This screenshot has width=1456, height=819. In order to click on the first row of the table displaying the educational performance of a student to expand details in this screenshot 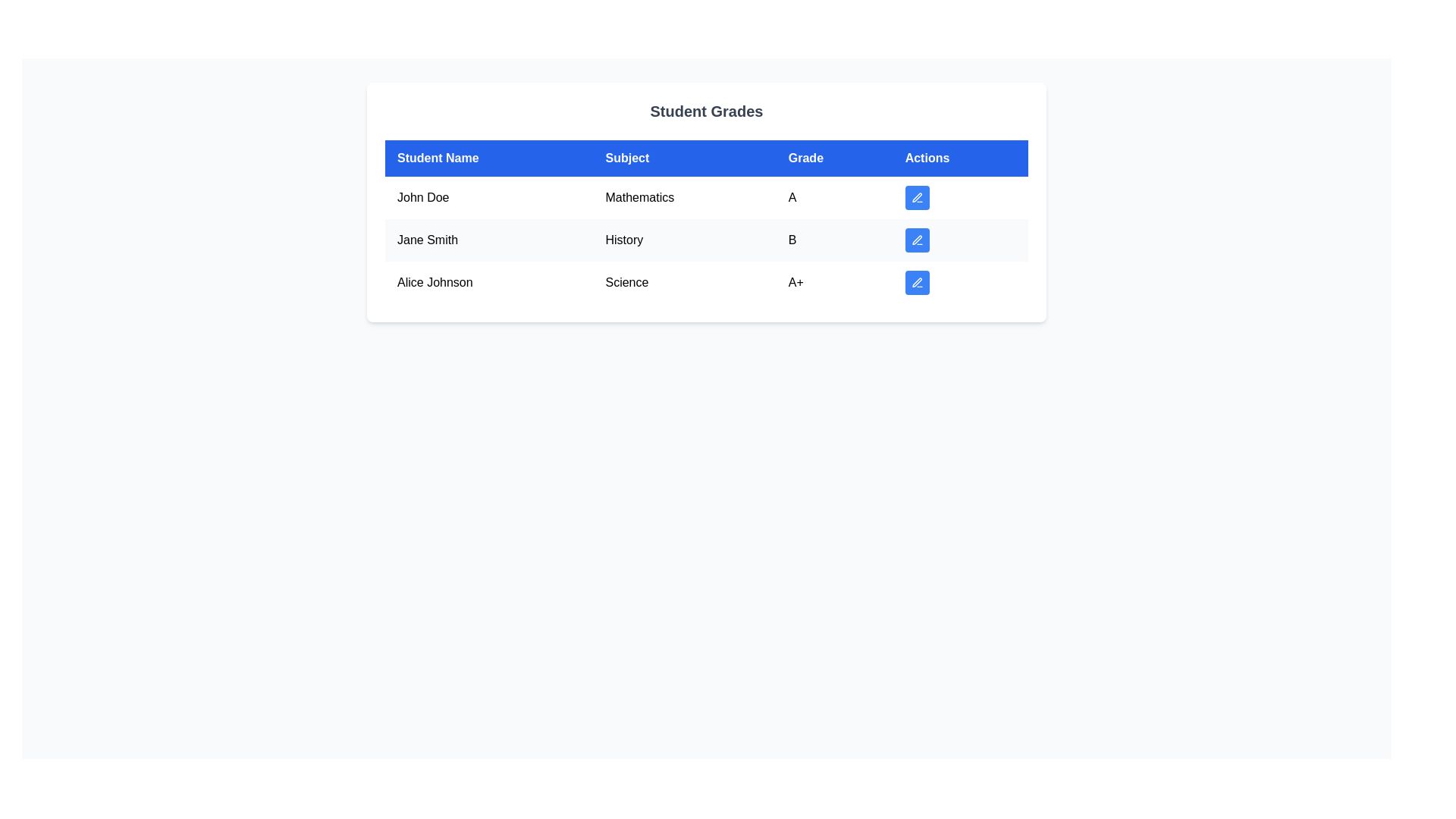, I will do `click(705, 197)`.